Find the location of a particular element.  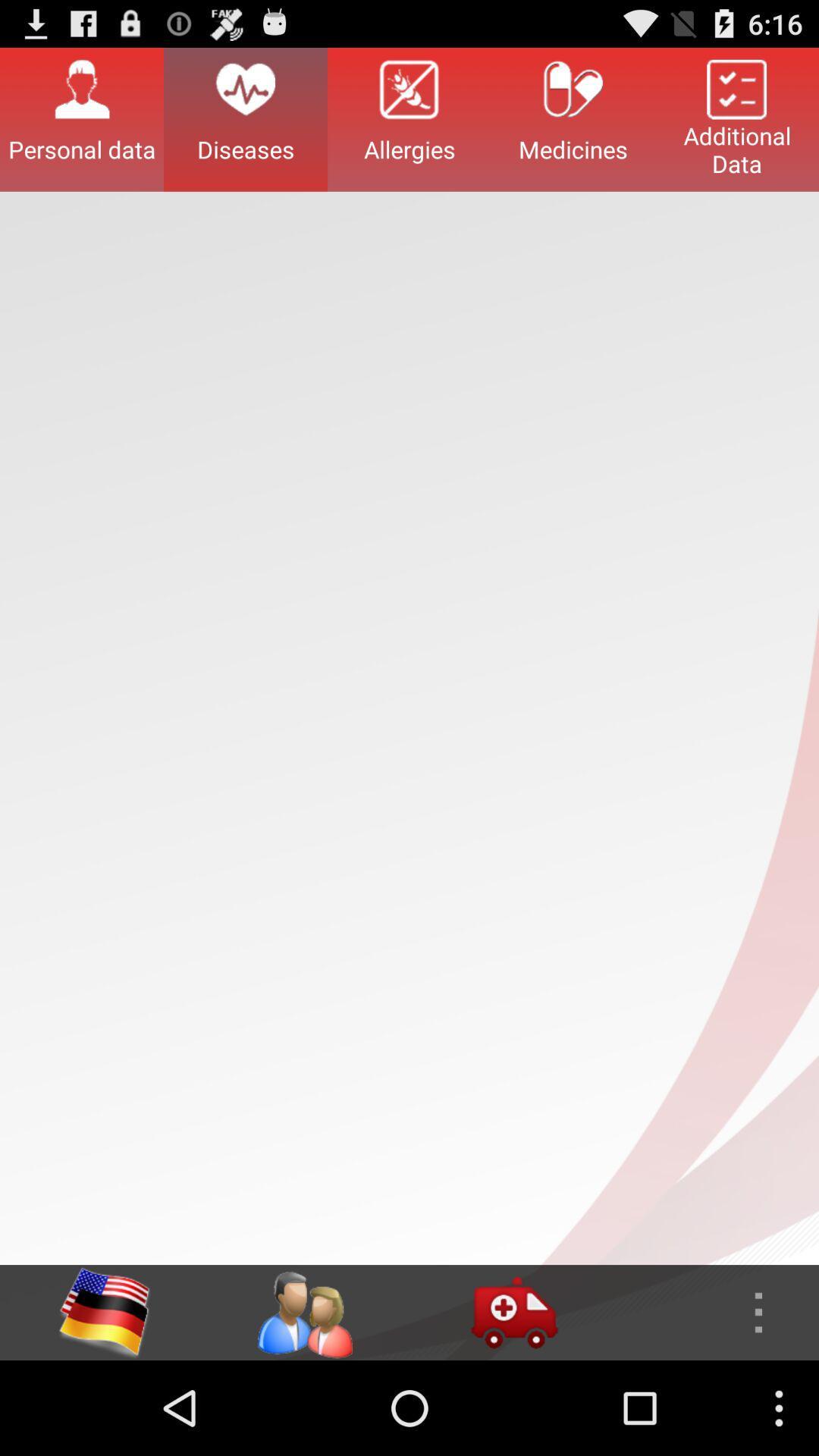

button next to the diseases item is located at coordinates (82, 118).